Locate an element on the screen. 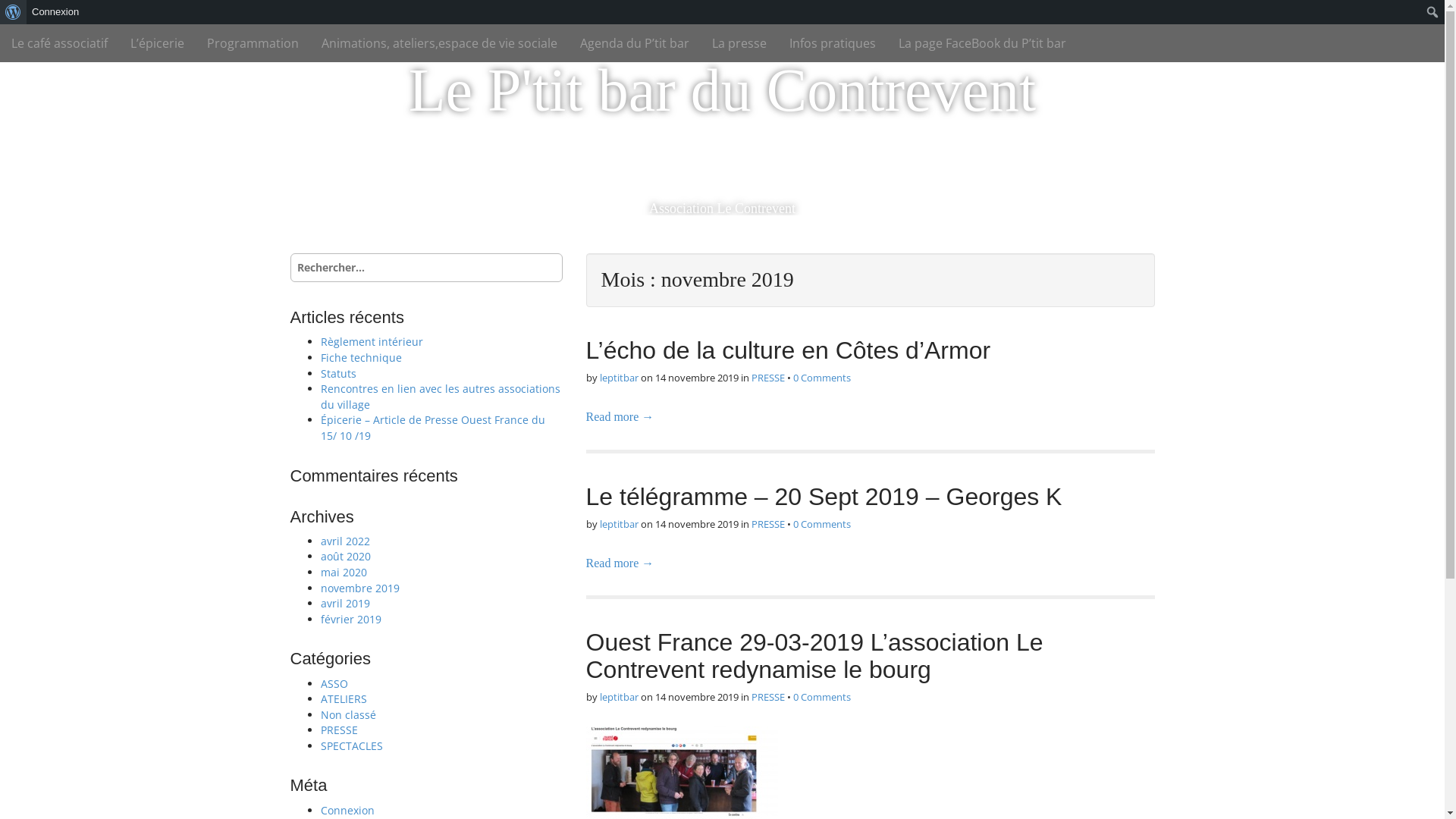 This screenshot has width=1456, height=819. 'Rechercher' is located at coordinates (36, 14).